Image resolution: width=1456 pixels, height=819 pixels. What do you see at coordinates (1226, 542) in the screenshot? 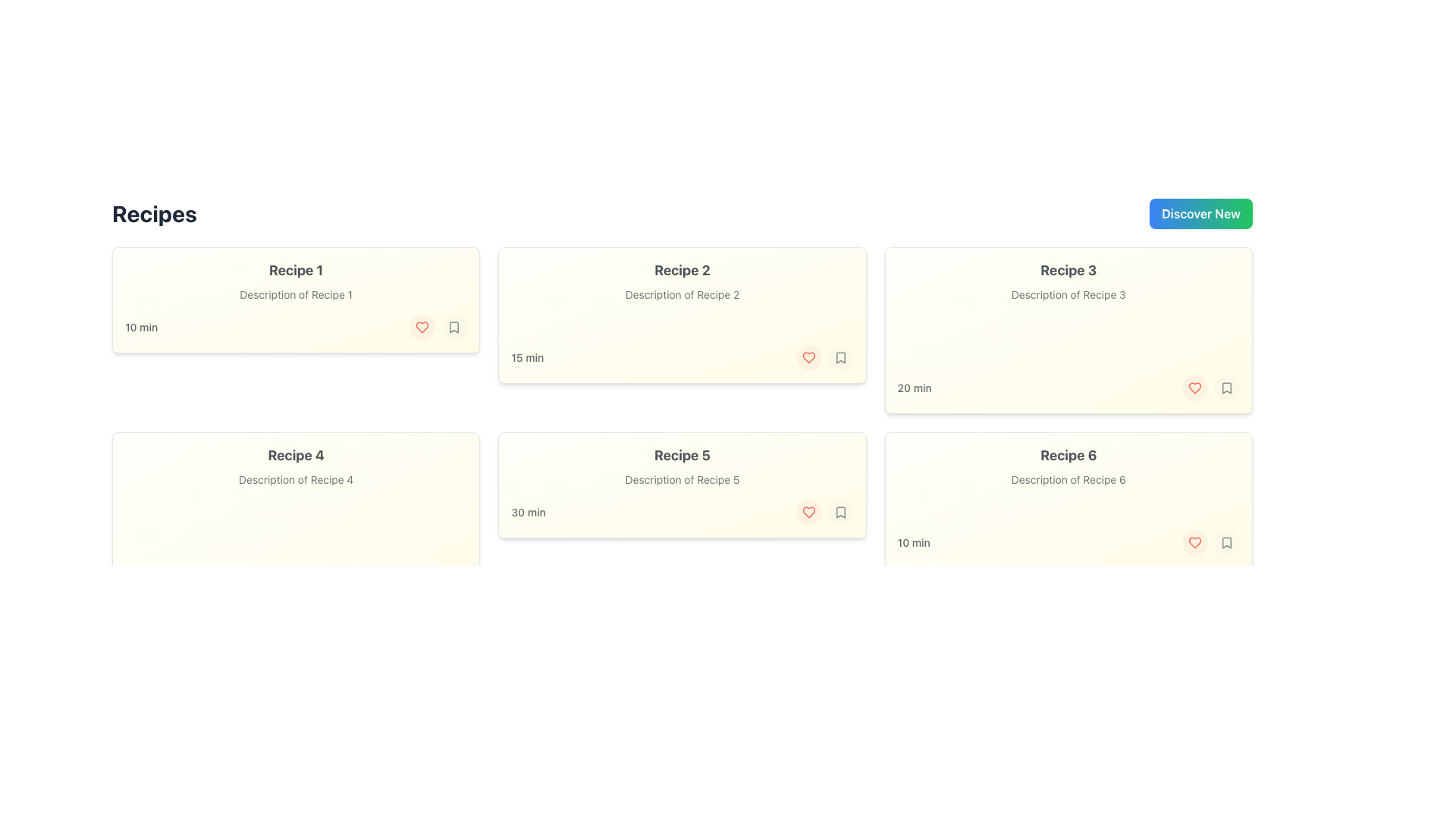
I see `the bookmark button located on the right side of the 'Recipe 6' card in the last row of the recipe grid` at bounding box center [1226, 542].